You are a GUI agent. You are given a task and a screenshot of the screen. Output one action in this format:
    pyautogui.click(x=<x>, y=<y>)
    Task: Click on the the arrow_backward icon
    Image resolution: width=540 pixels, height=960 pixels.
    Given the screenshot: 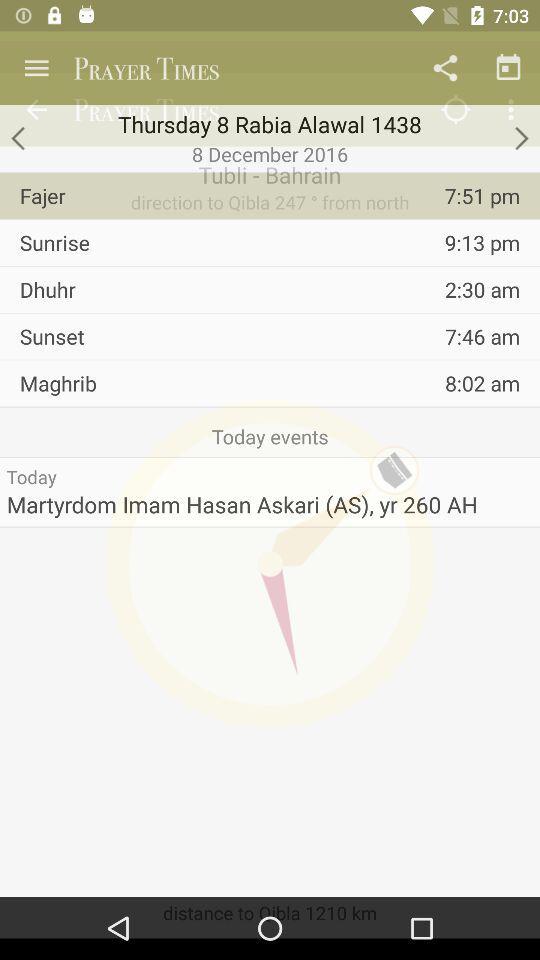 What is the action you would take?
    pyautogui.click(x=18, y=137)
    